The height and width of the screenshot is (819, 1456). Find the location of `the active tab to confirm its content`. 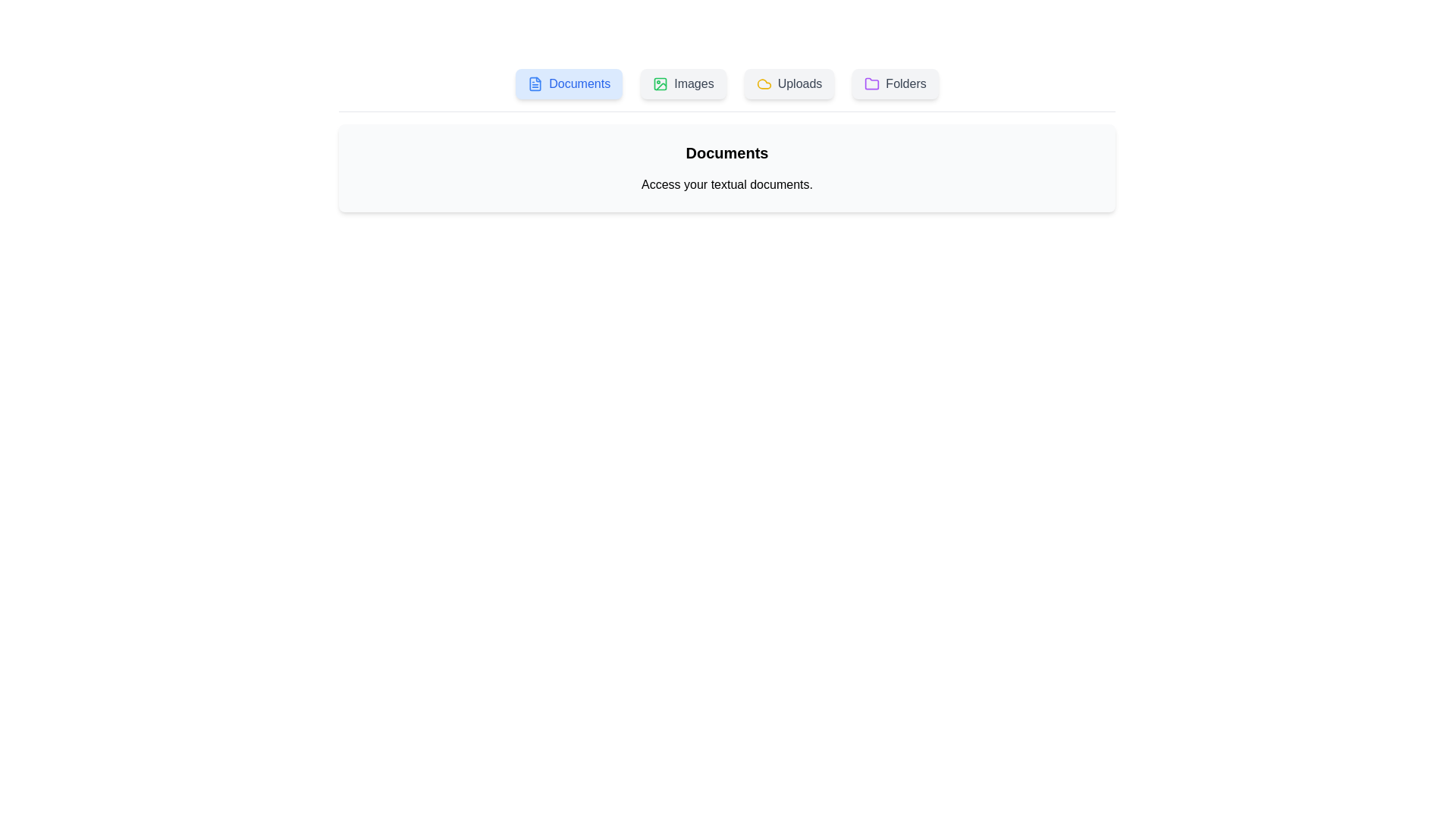

the active tab to confirm its content is located at coordinates (568, 84).